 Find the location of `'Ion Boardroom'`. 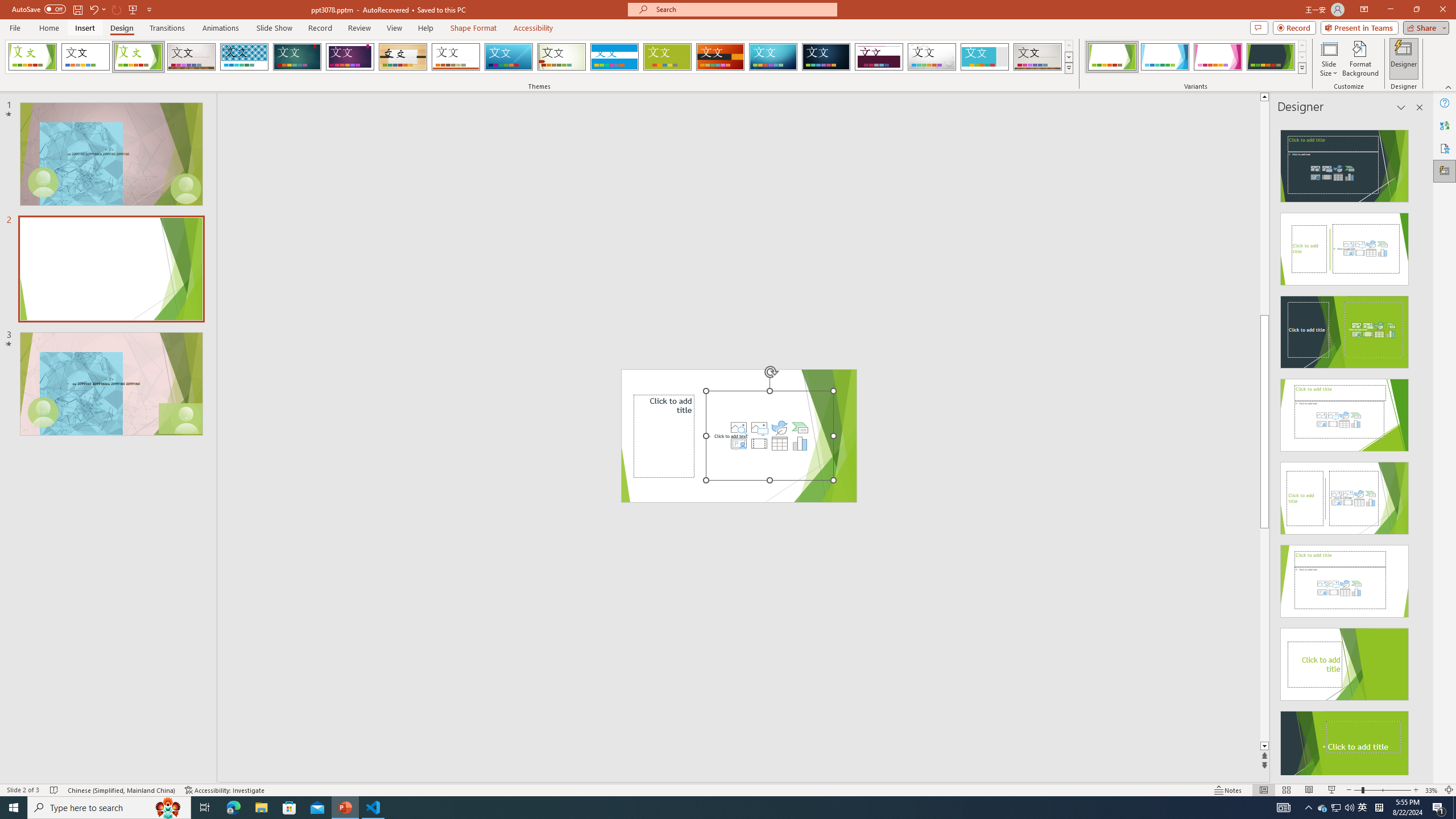

'Ion Boardroom' is located at coordinates (350, 56).